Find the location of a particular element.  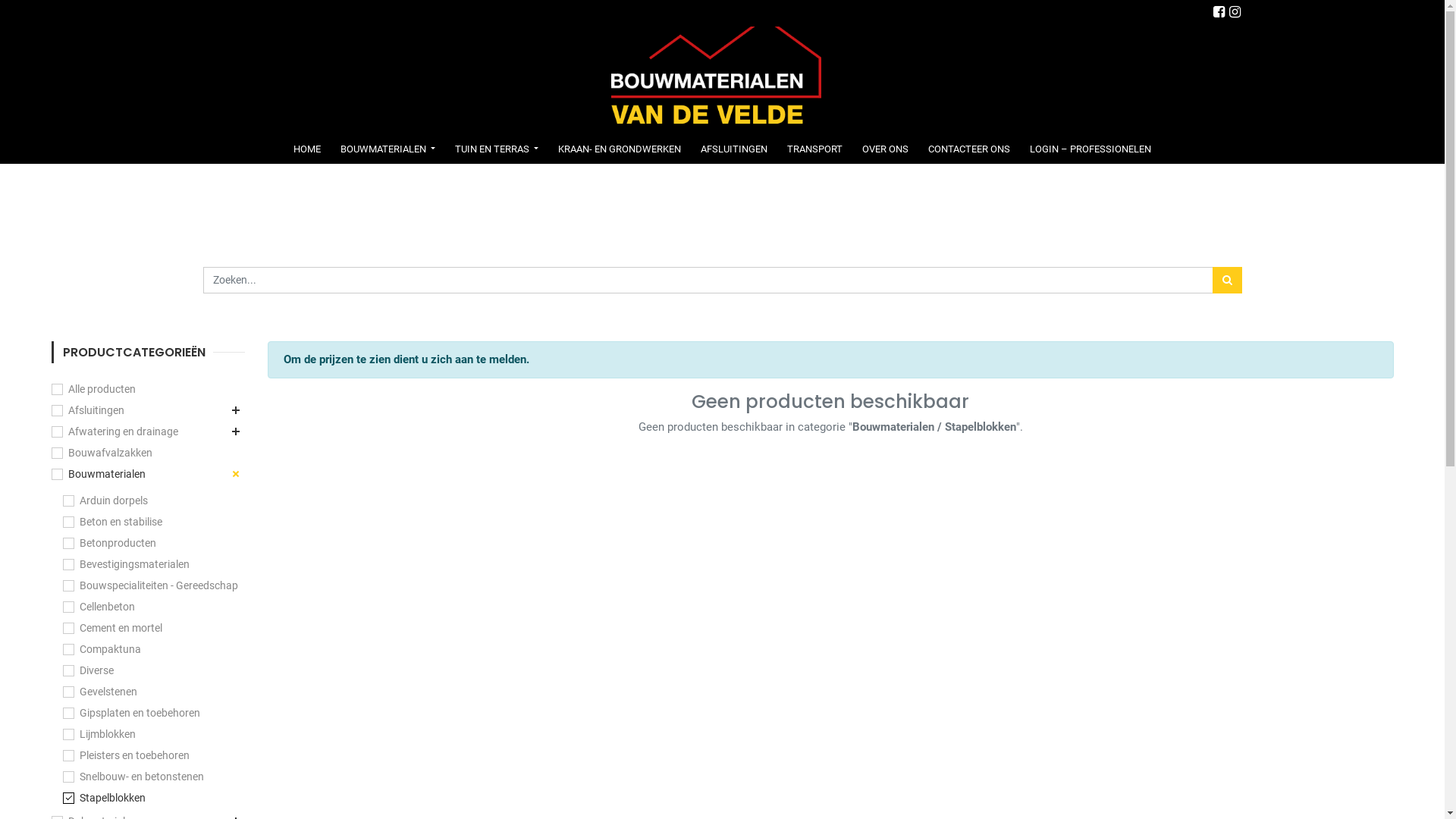

'Snelbouw- en betonstenen' is located at coordinates (132, 776).